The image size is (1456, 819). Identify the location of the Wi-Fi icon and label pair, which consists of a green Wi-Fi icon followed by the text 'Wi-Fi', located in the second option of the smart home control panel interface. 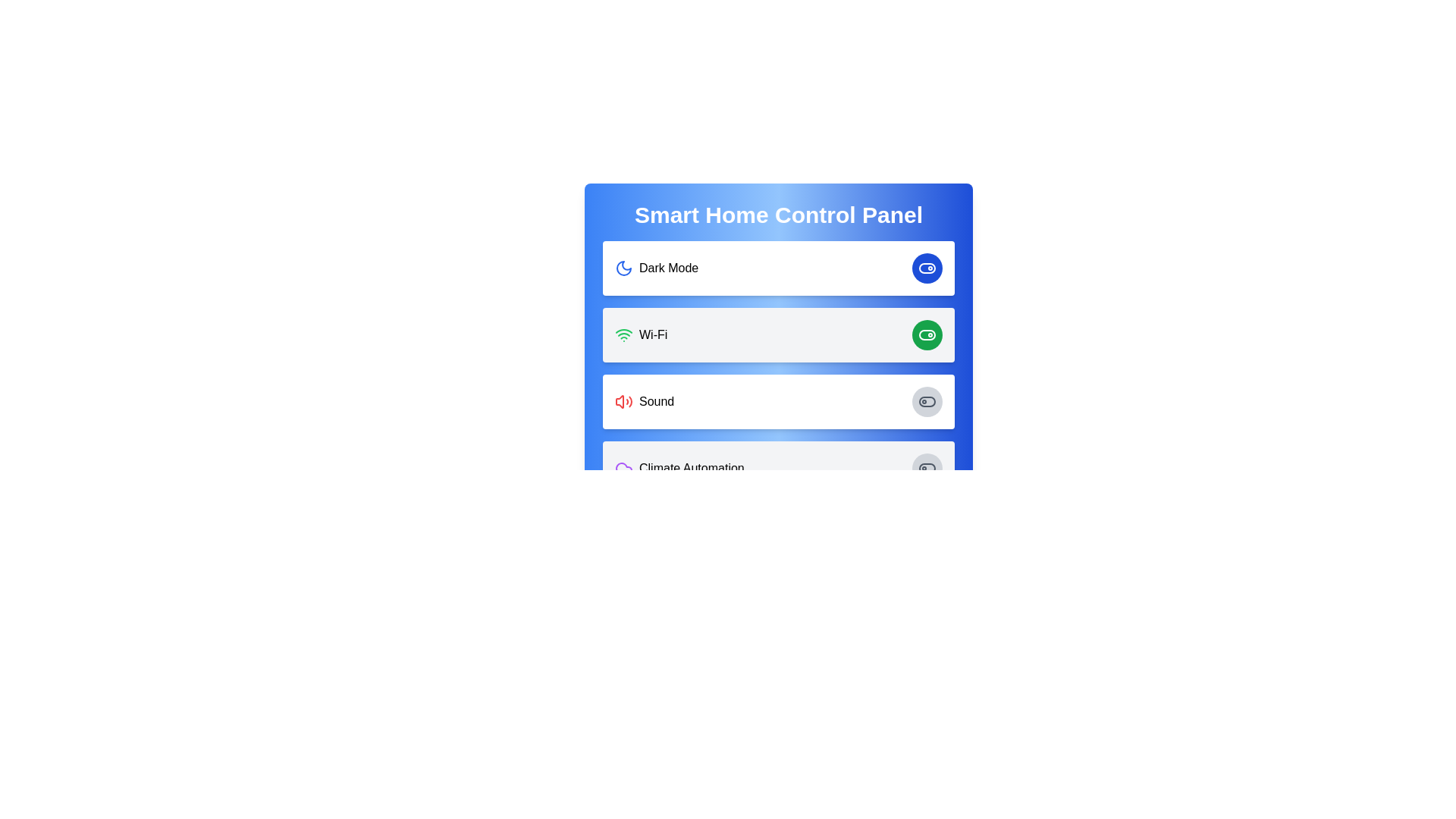
(641, 334).